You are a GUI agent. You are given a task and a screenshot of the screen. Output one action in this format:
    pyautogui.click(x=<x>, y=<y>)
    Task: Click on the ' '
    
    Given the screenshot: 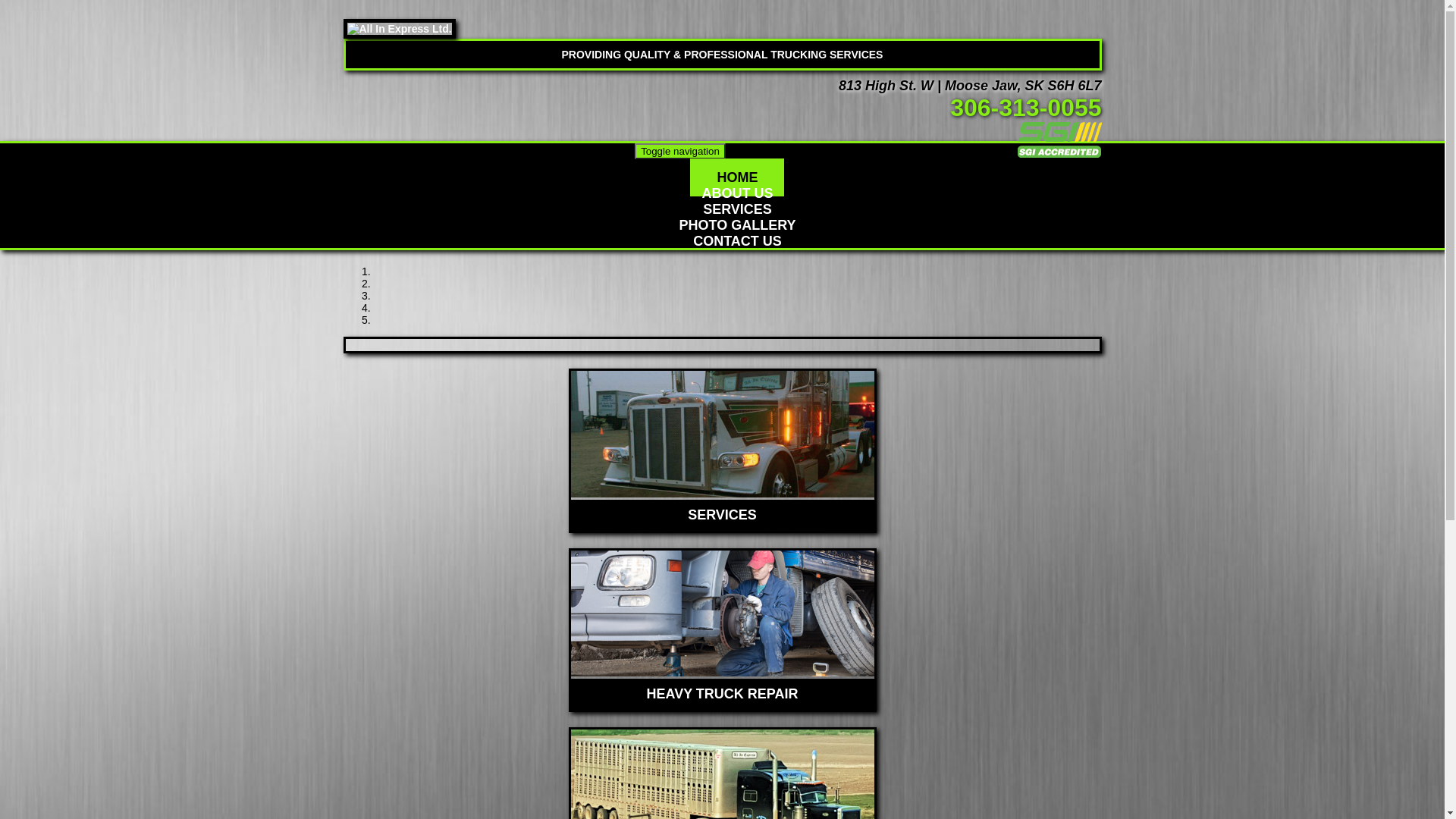 What is the action you would take?
    pyautogui.click(x=942, y=107)
    